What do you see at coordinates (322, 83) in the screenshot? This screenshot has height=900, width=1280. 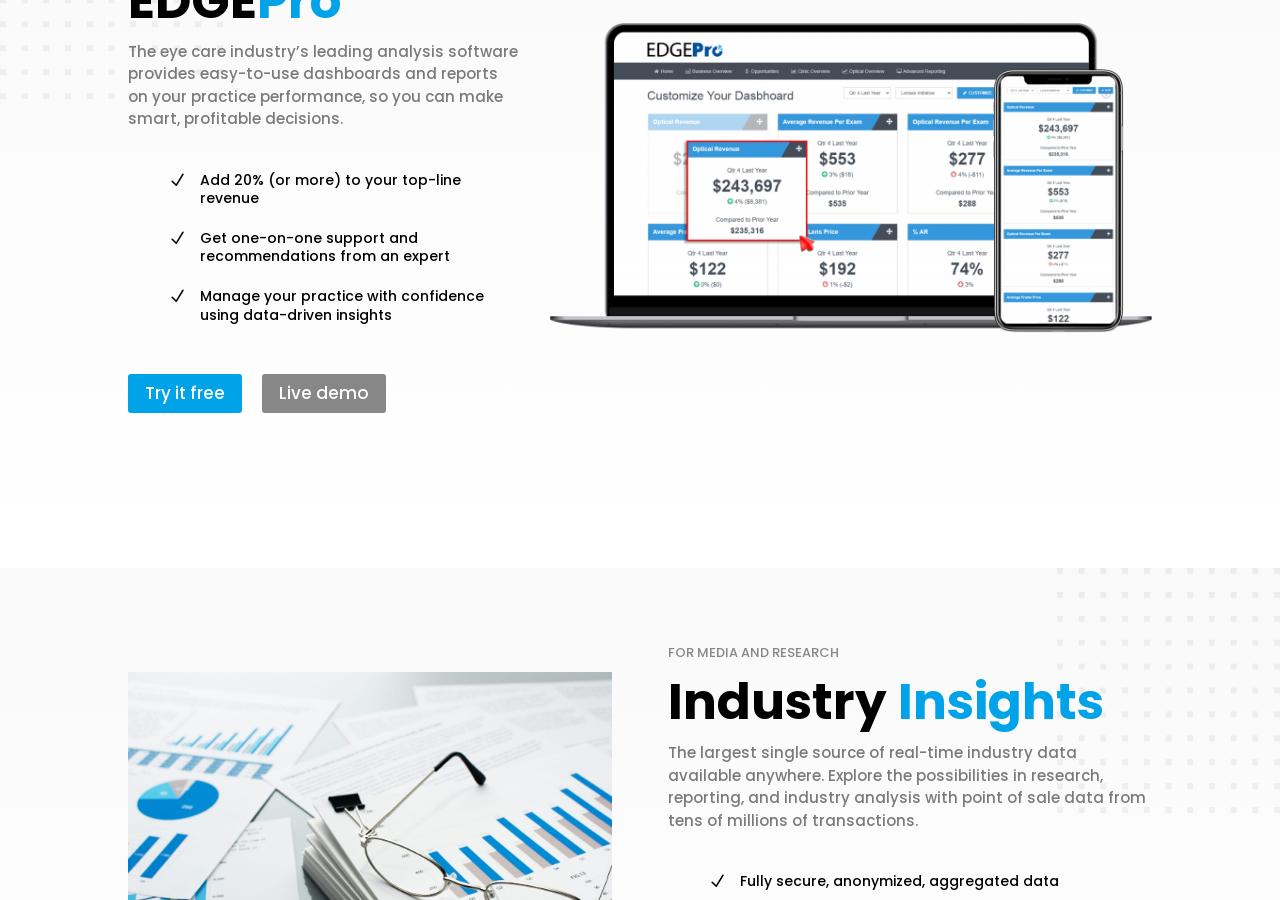 I see `'The eye care industry’s leading analysis software provides easy-to-use dashboards and reports on your practice performance, so you can make smart, profitable decisions.'` at bounding box center [322, 83].